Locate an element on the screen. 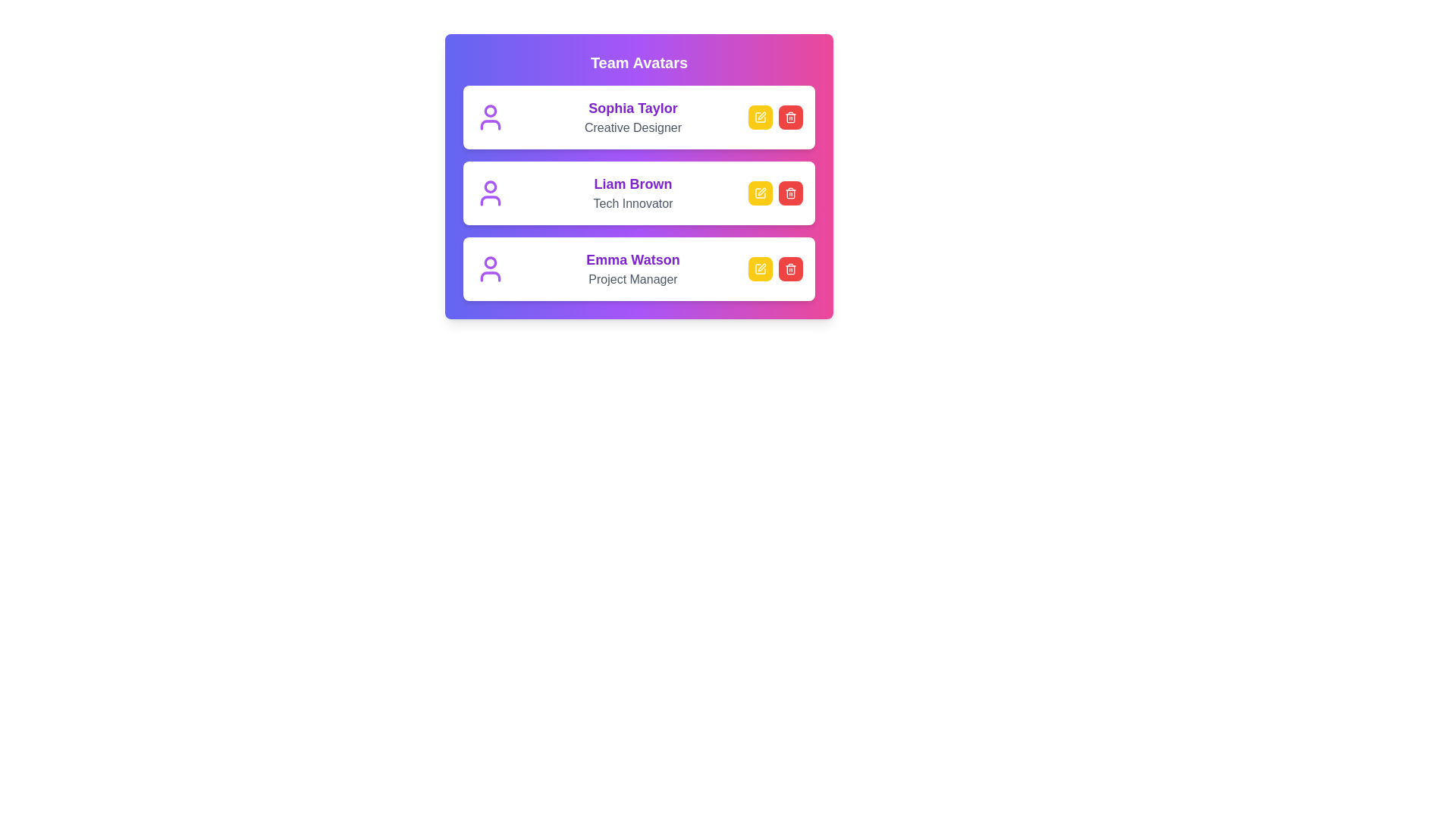  the Profile Tile representing 'Sophia Taylor', the first card in the list of user profile cards is located at coordinates (639, 116).